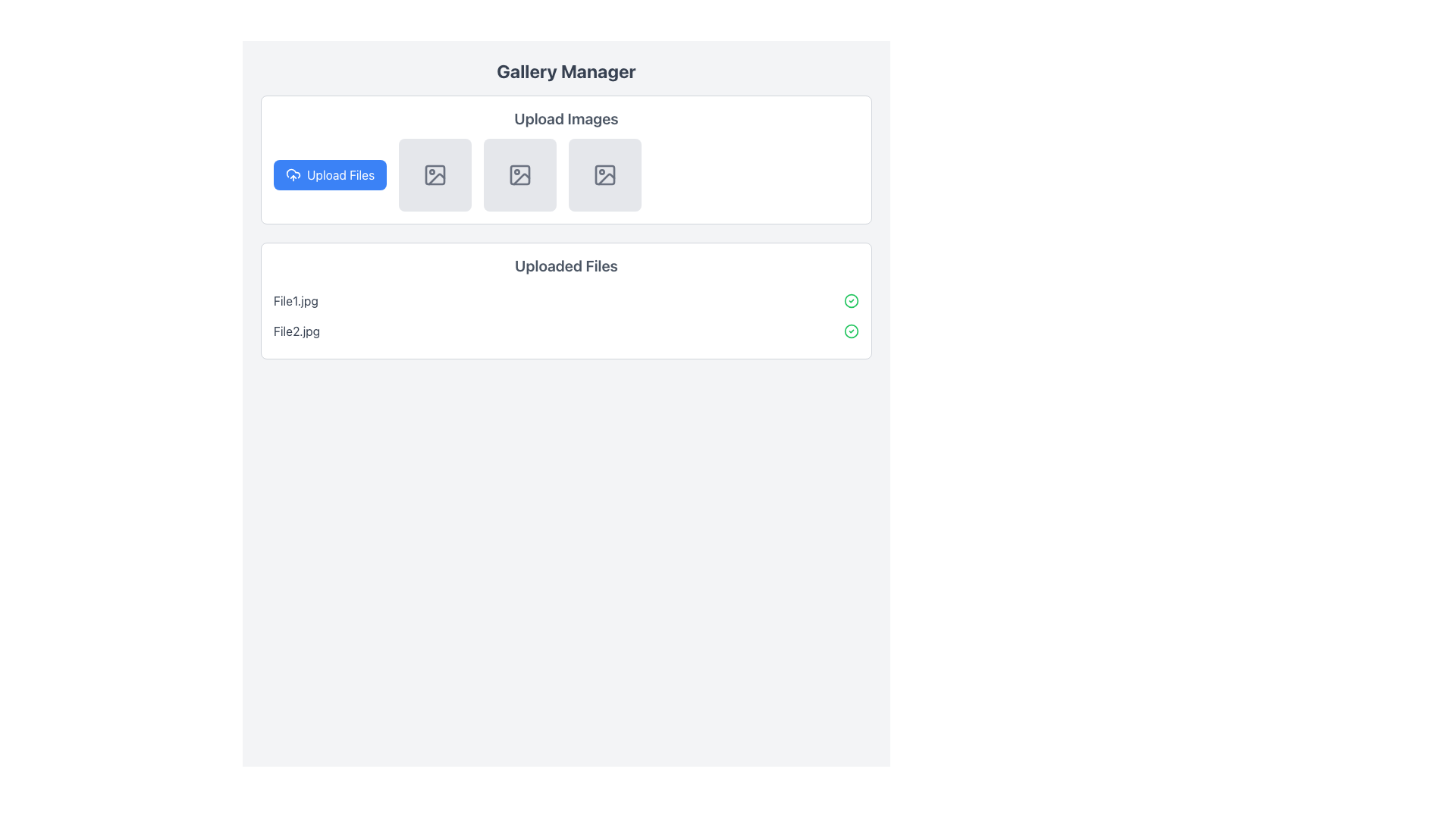 Image resolution: width=1456 pixels, height=819 pixels. I want to click on the cloud icon located near the center of the 'Upload Files' button in the 'Upload Images' section, so click(293, 173).